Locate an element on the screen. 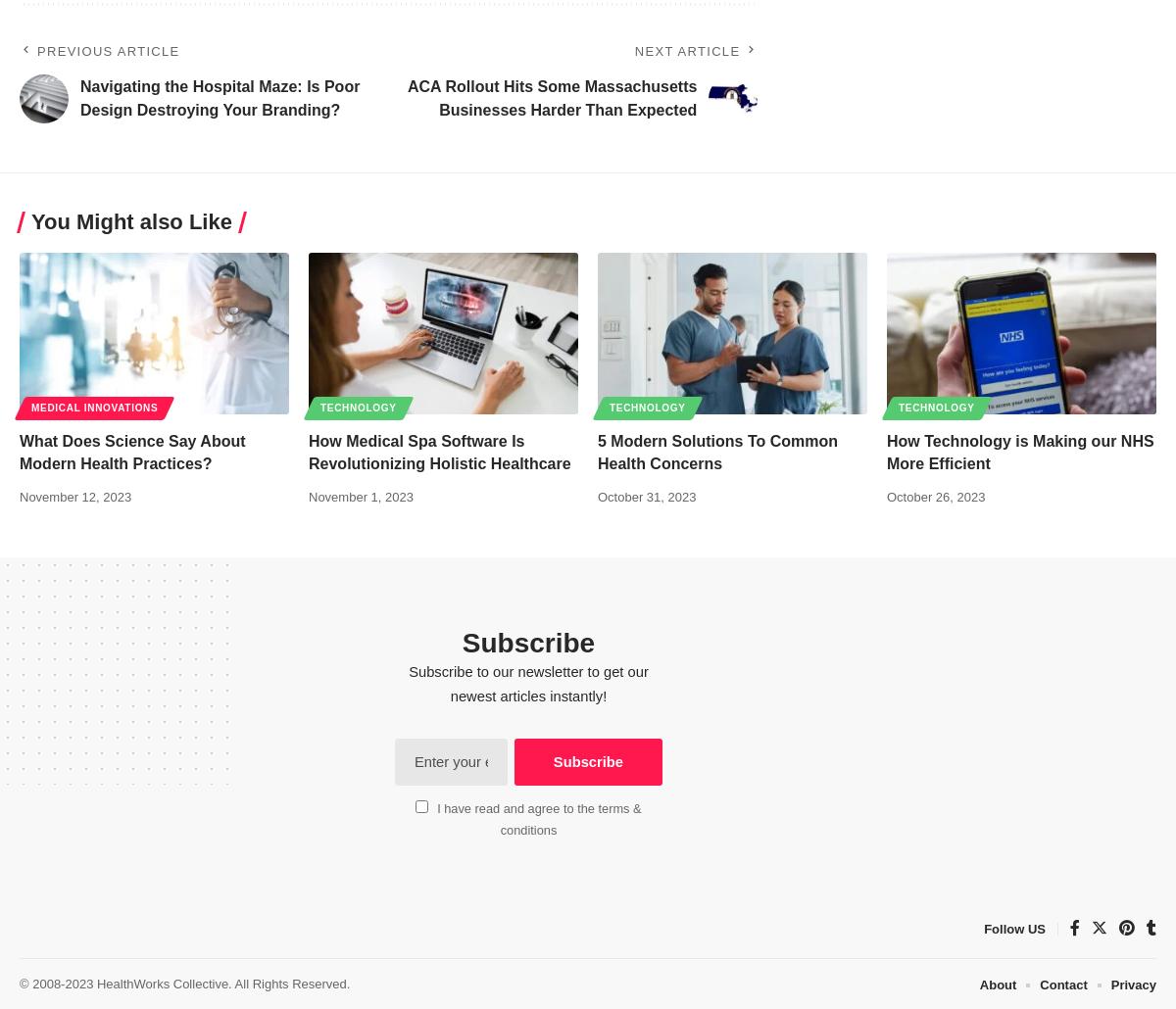 This screenshot has width=1176, height=1009. 'Subscribe to our newsletter to get our newest articles instantly!' is located at coordinates (527, 684).